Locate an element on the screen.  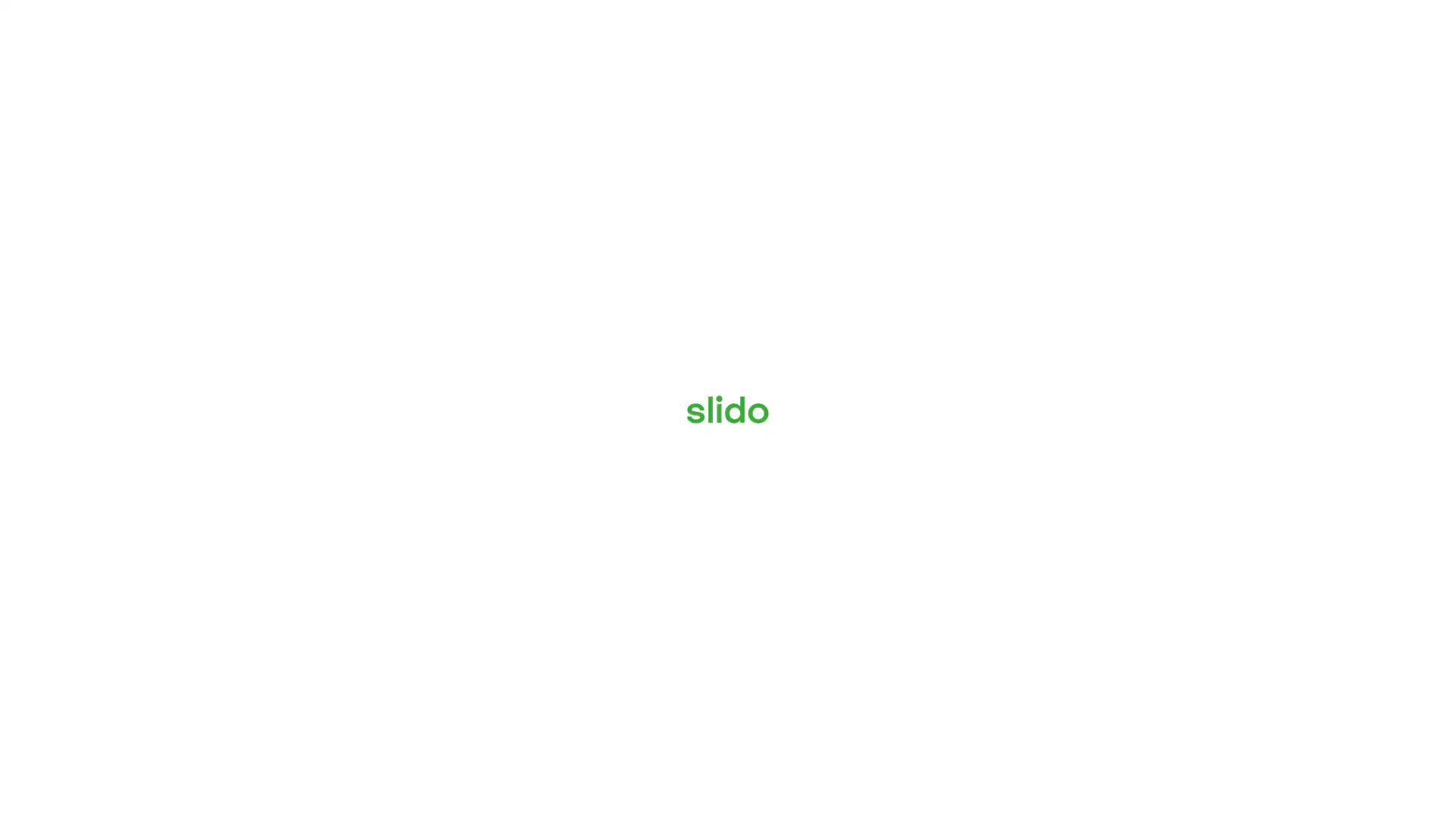
1 reply is located at coordinates (1128, 353).